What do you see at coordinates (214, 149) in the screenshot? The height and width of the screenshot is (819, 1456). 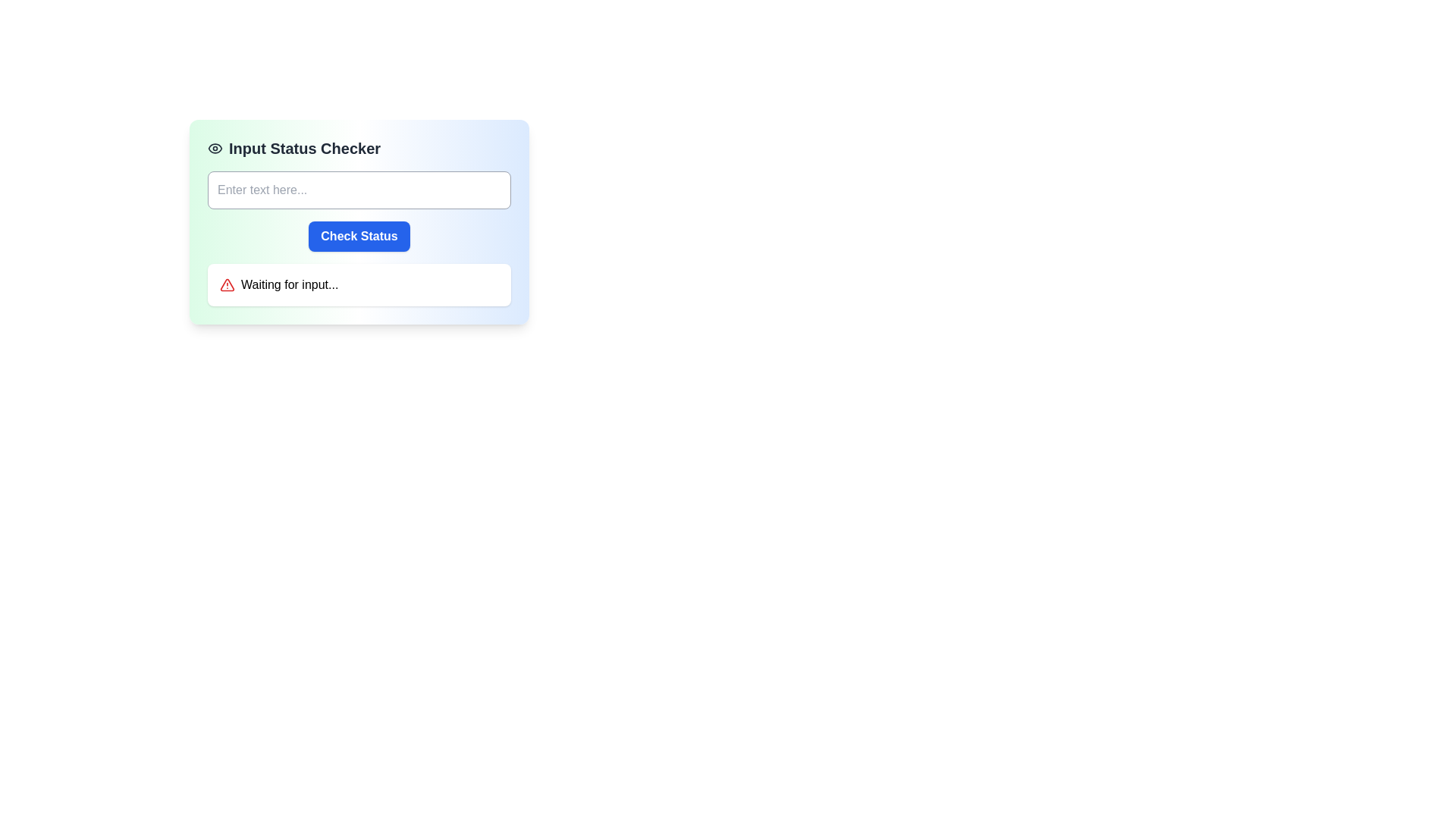 I see `the eye icon associated with the 'Input Status Checker' component, which is positioned to the far left of the text 'Input Status Checker'` at bounding box center [214, 149].